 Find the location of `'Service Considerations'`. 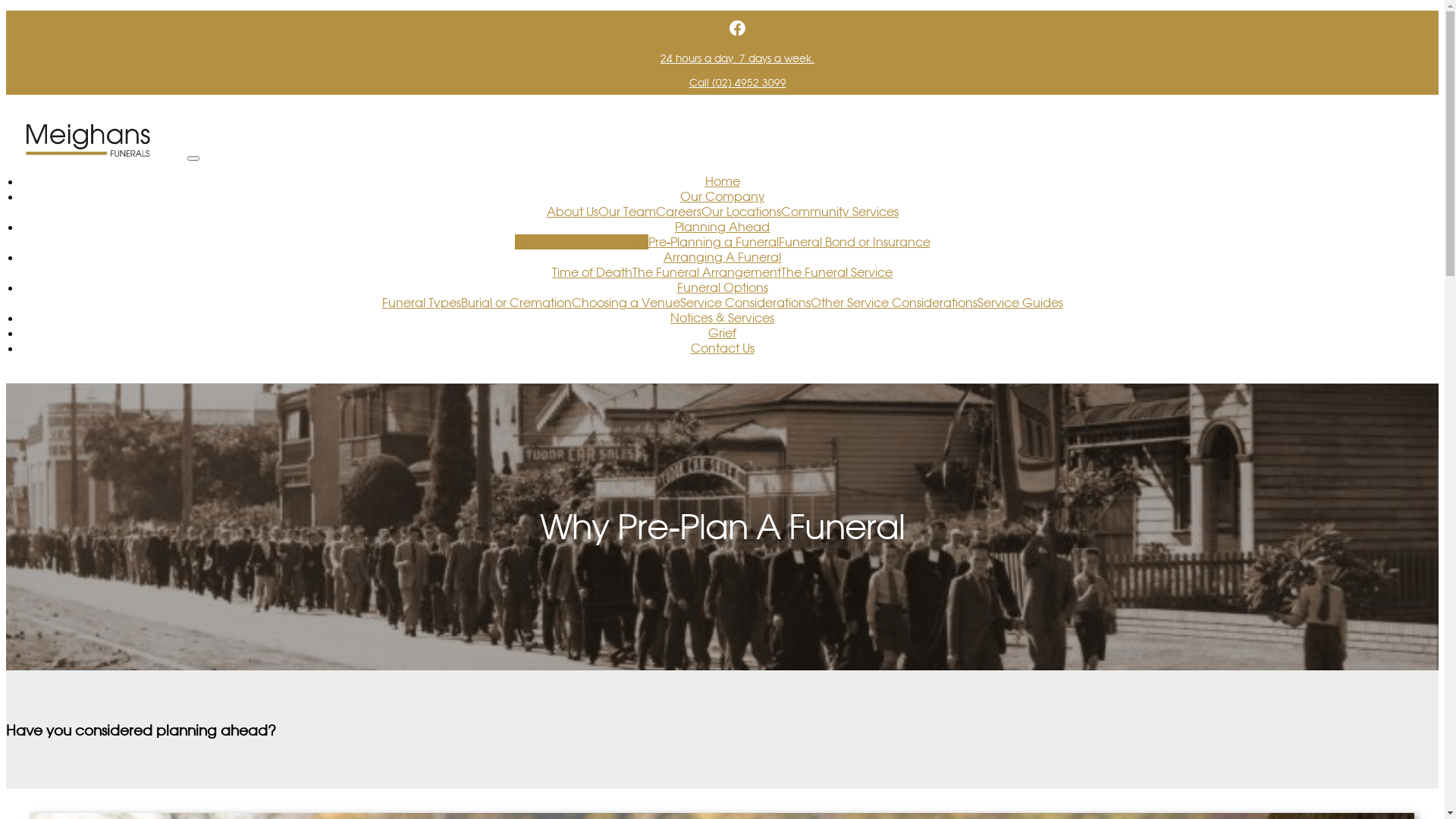

'Service Considerations' is located at coordinates (679, 302).